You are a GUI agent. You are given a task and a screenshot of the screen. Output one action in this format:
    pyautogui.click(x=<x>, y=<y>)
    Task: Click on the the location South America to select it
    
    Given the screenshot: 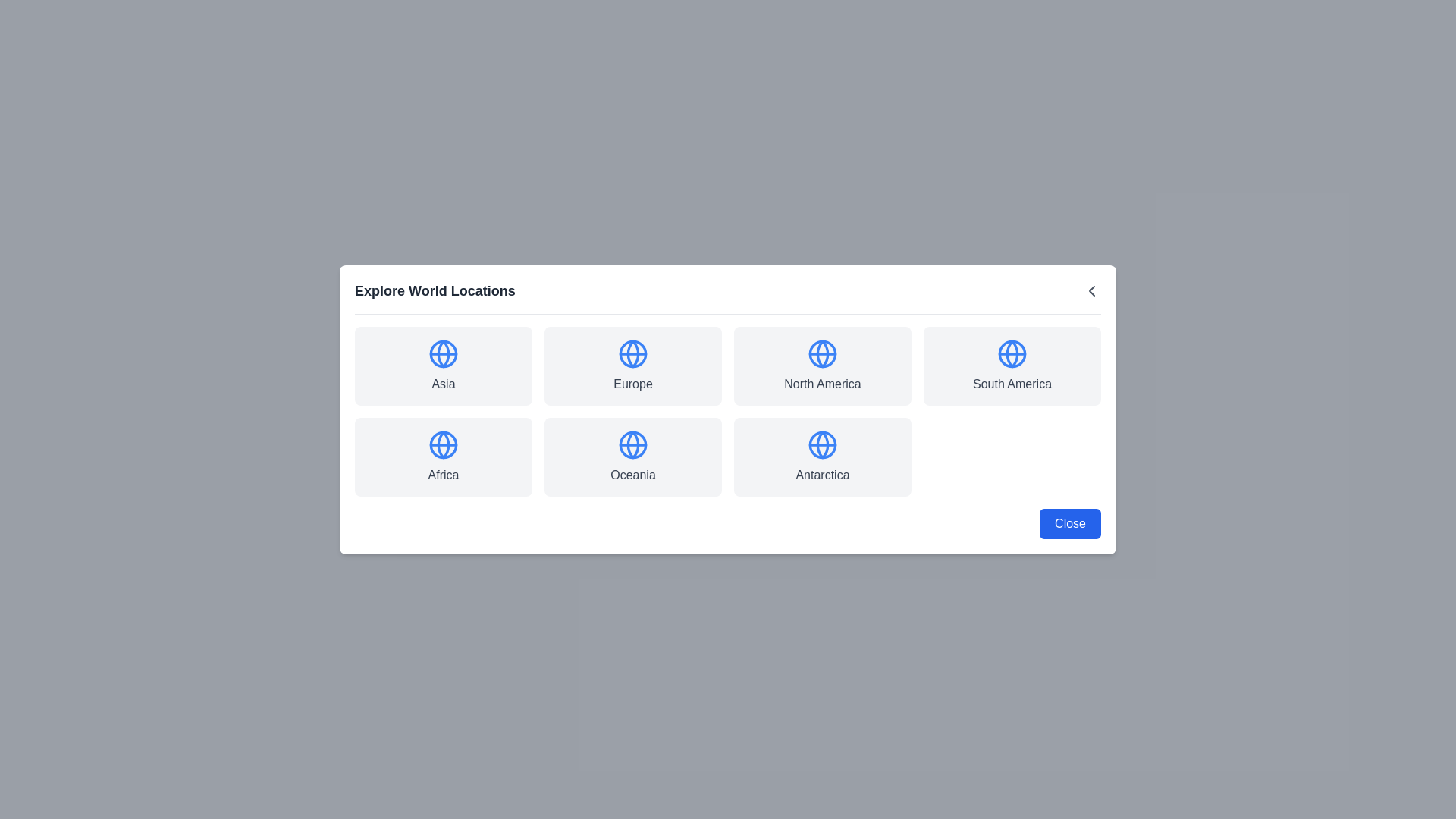 What is the action you would take?
    pyautogui.click(x=1012, y=366)
    